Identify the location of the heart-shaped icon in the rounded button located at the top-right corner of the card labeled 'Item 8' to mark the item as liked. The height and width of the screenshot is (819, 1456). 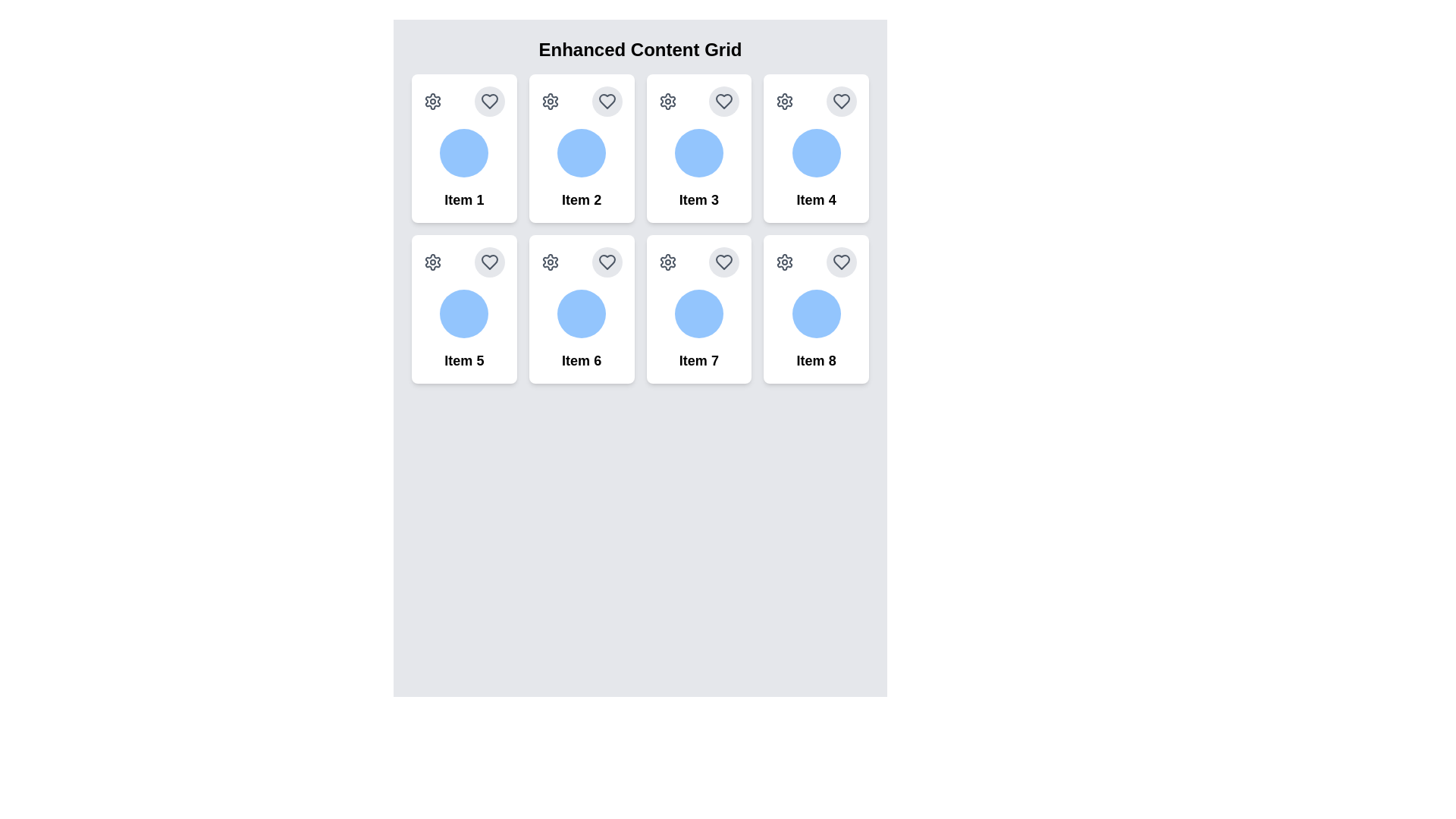
(840, 262).